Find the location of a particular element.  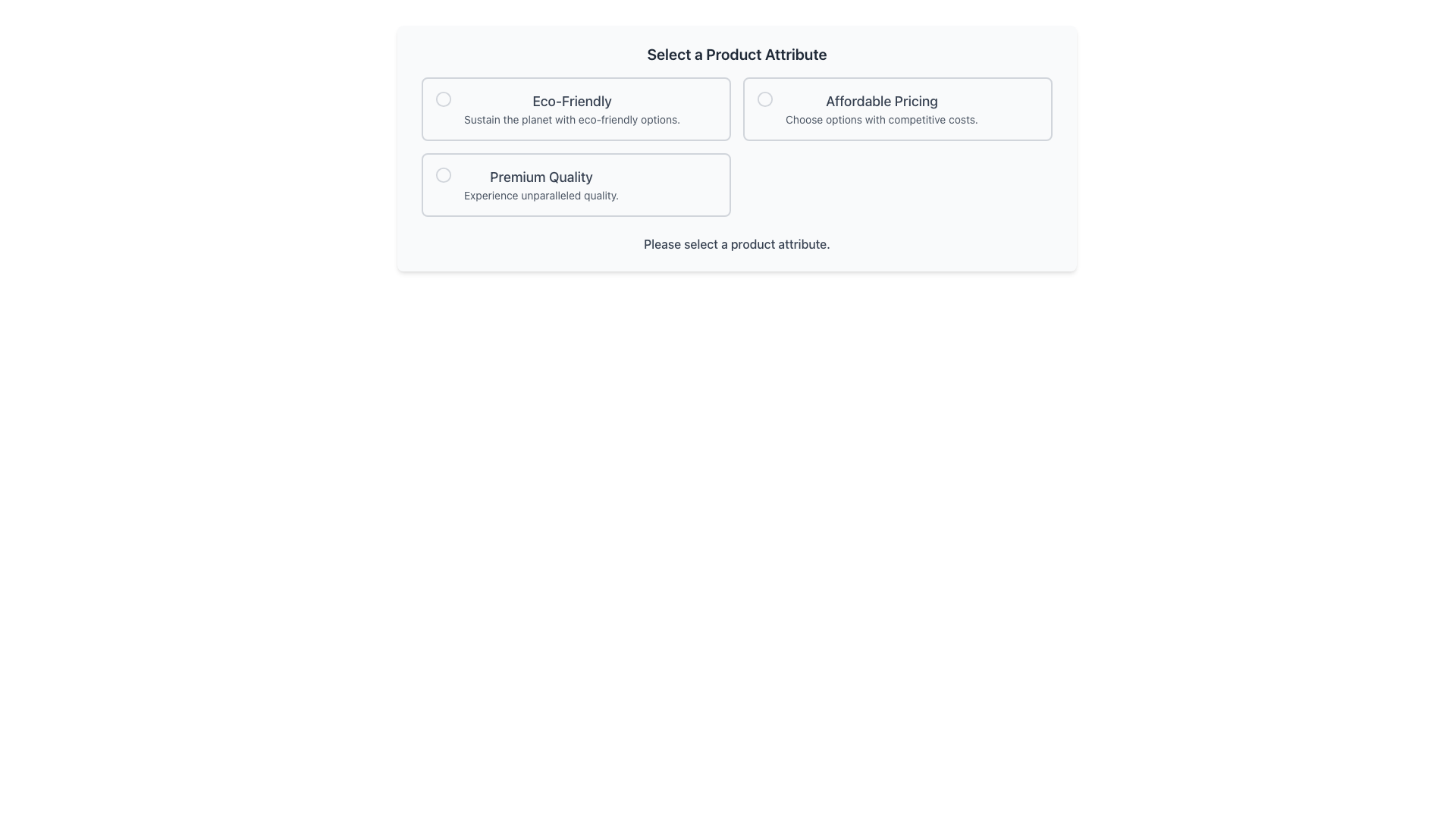

the explanatory text label providing details about the 'Premium Quality' selection option, which is located directly below the title text within the card labeled 'Premium Quality' is located at coordinates (541, 195).